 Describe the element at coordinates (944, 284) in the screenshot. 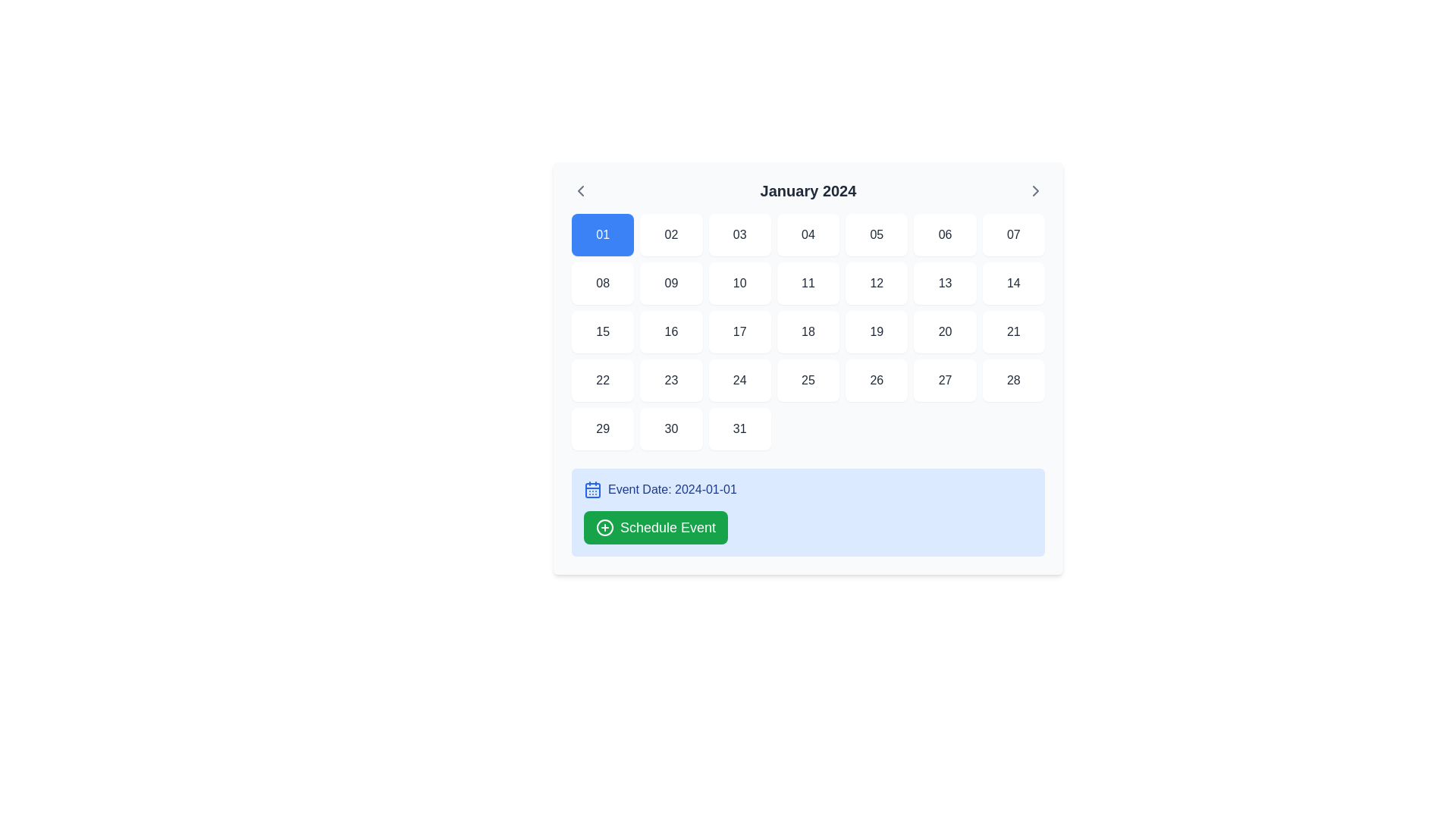

I see `the button representing the date 13th of January 2024 in the calendar interface` at that location.